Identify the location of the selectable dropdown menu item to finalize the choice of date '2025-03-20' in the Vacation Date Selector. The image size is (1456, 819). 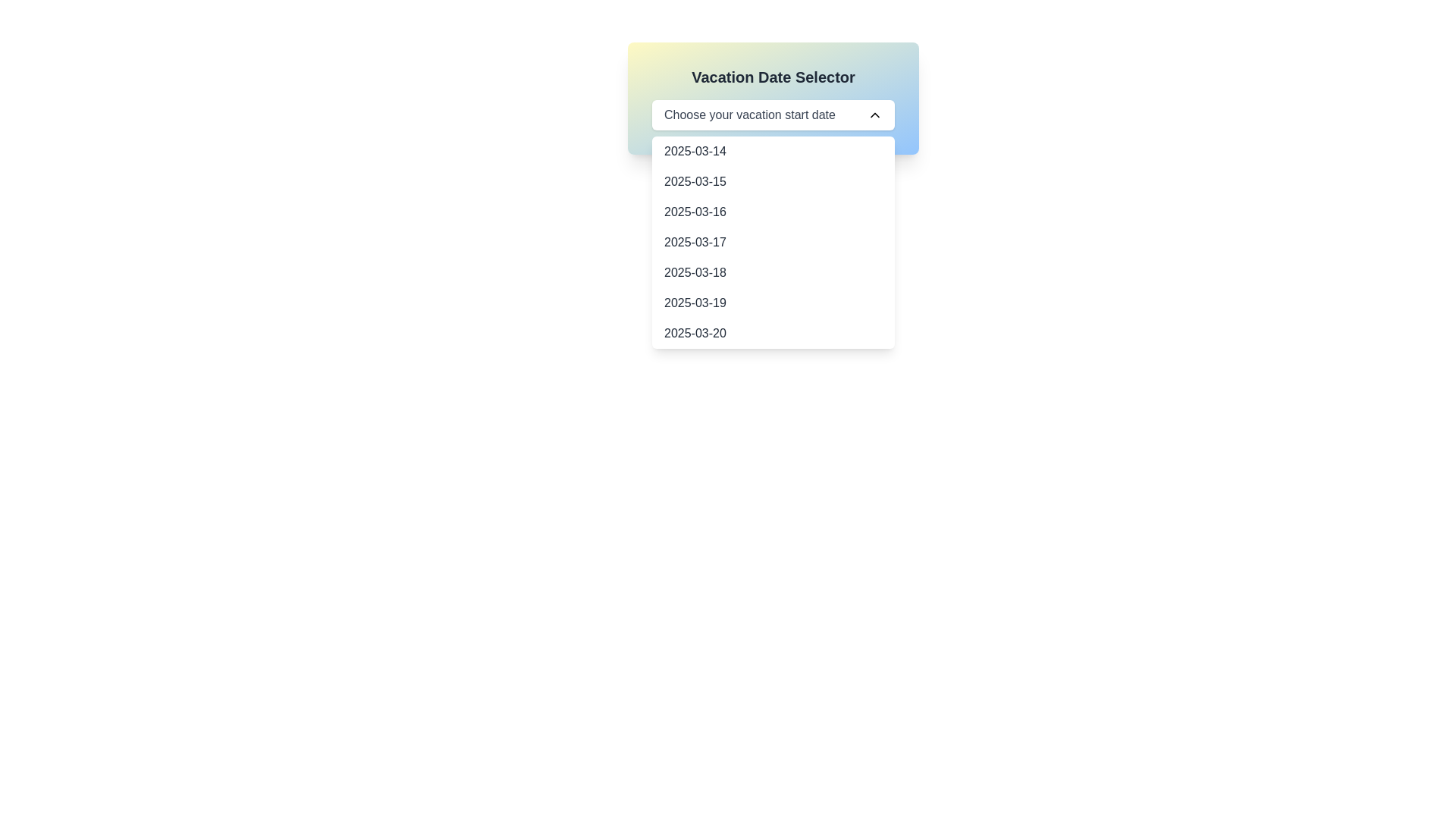
(694, 332).